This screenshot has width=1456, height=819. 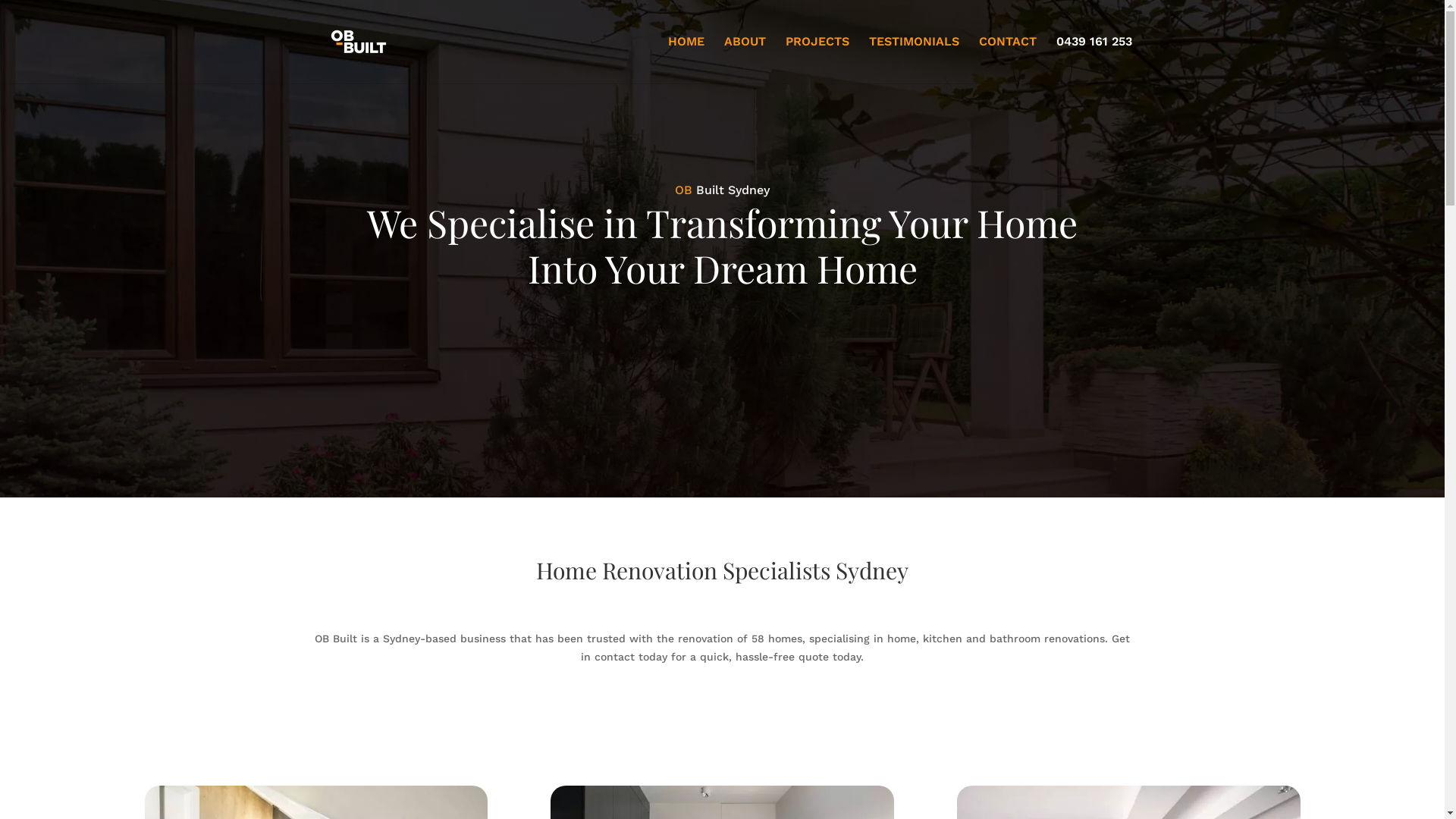 I want to click on 'HOME', so click(x=684, y=58).